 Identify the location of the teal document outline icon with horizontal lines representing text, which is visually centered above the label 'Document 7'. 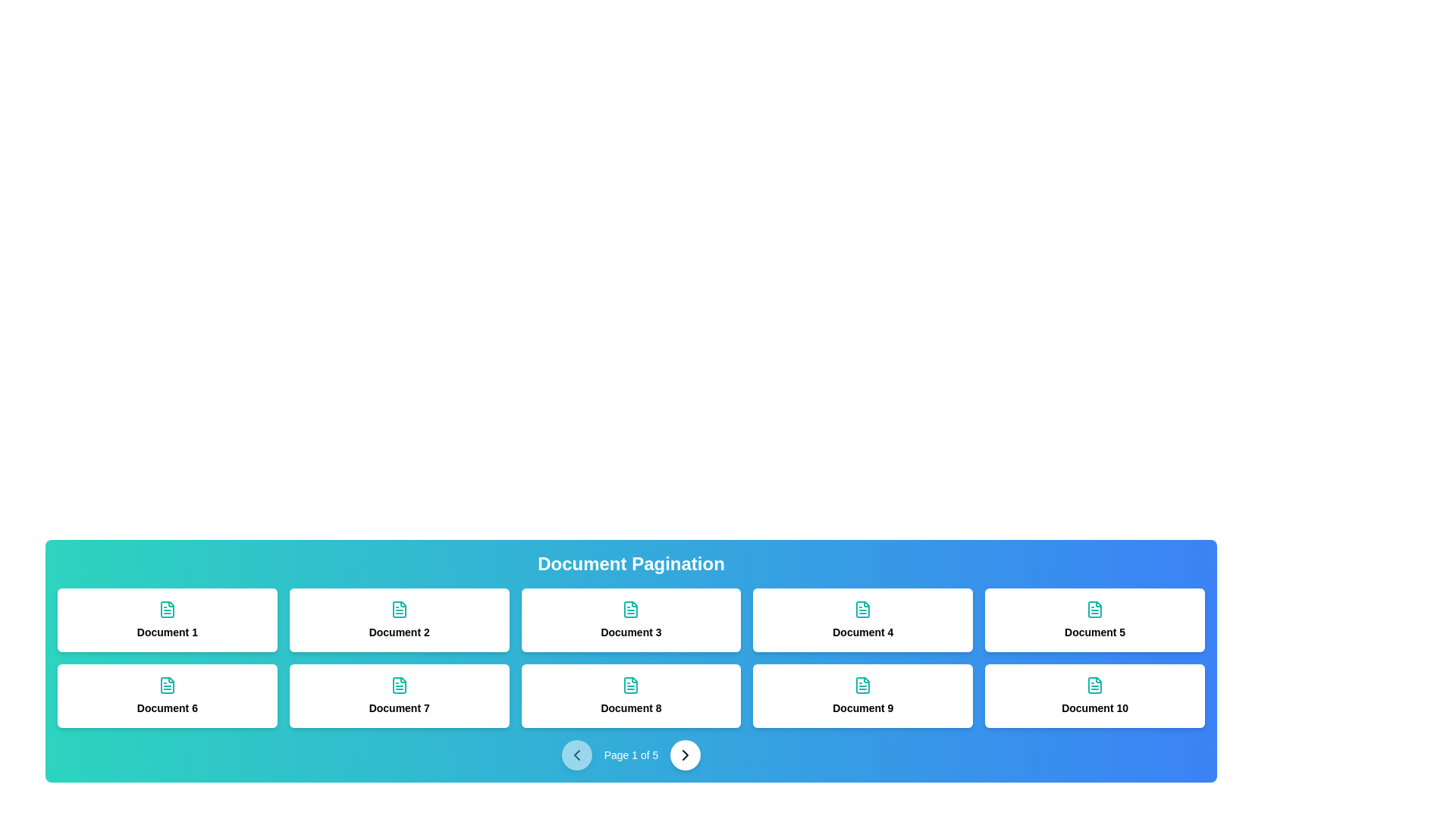
(399, 685).